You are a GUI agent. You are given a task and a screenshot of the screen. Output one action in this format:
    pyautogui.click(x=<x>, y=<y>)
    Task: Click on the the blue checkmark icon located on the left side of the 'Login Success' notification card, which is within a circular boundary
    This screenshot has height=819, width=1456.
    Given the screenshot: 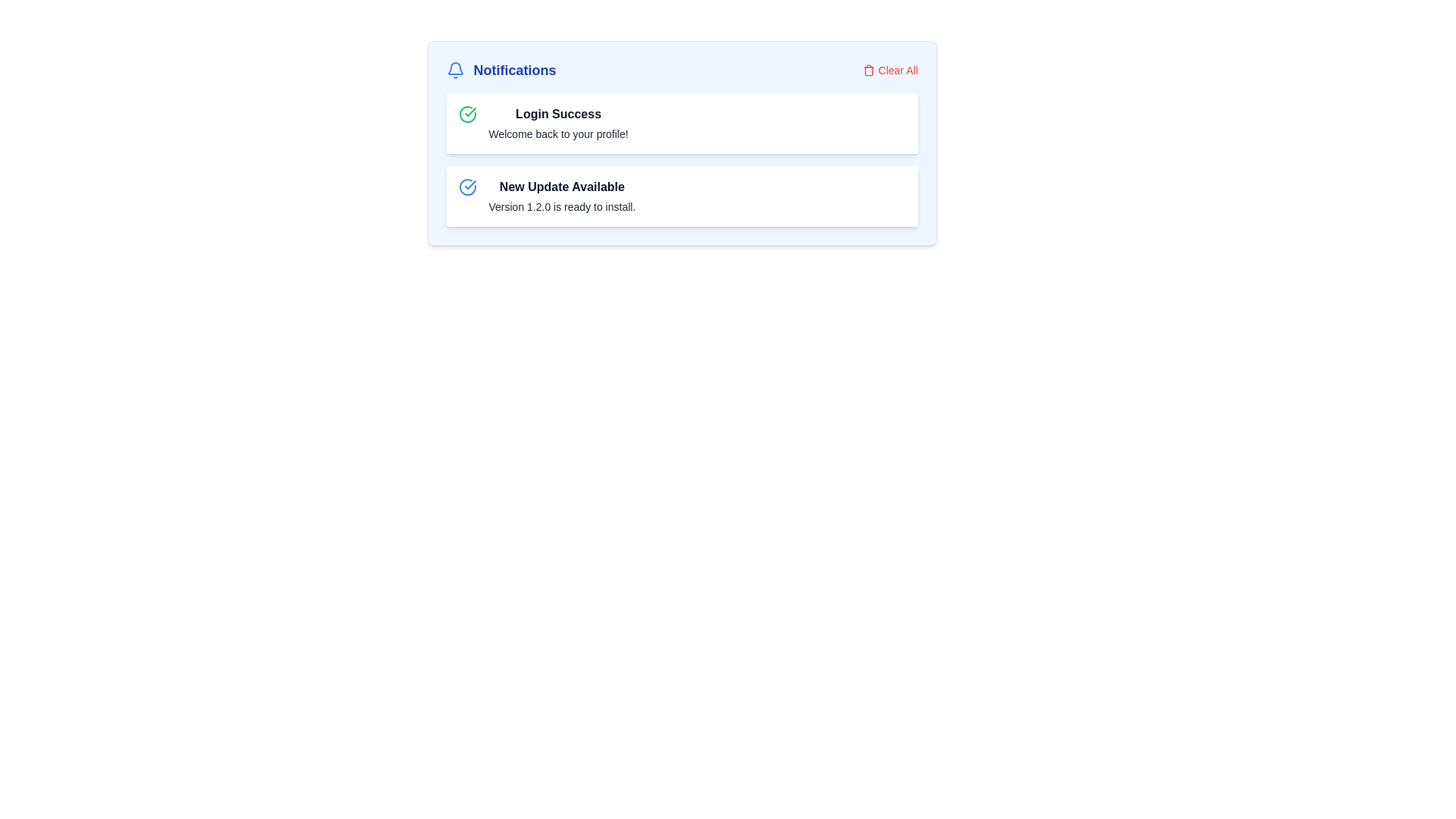 What is the action you would take?
    pyautogui.click(x=469, y=184)
    